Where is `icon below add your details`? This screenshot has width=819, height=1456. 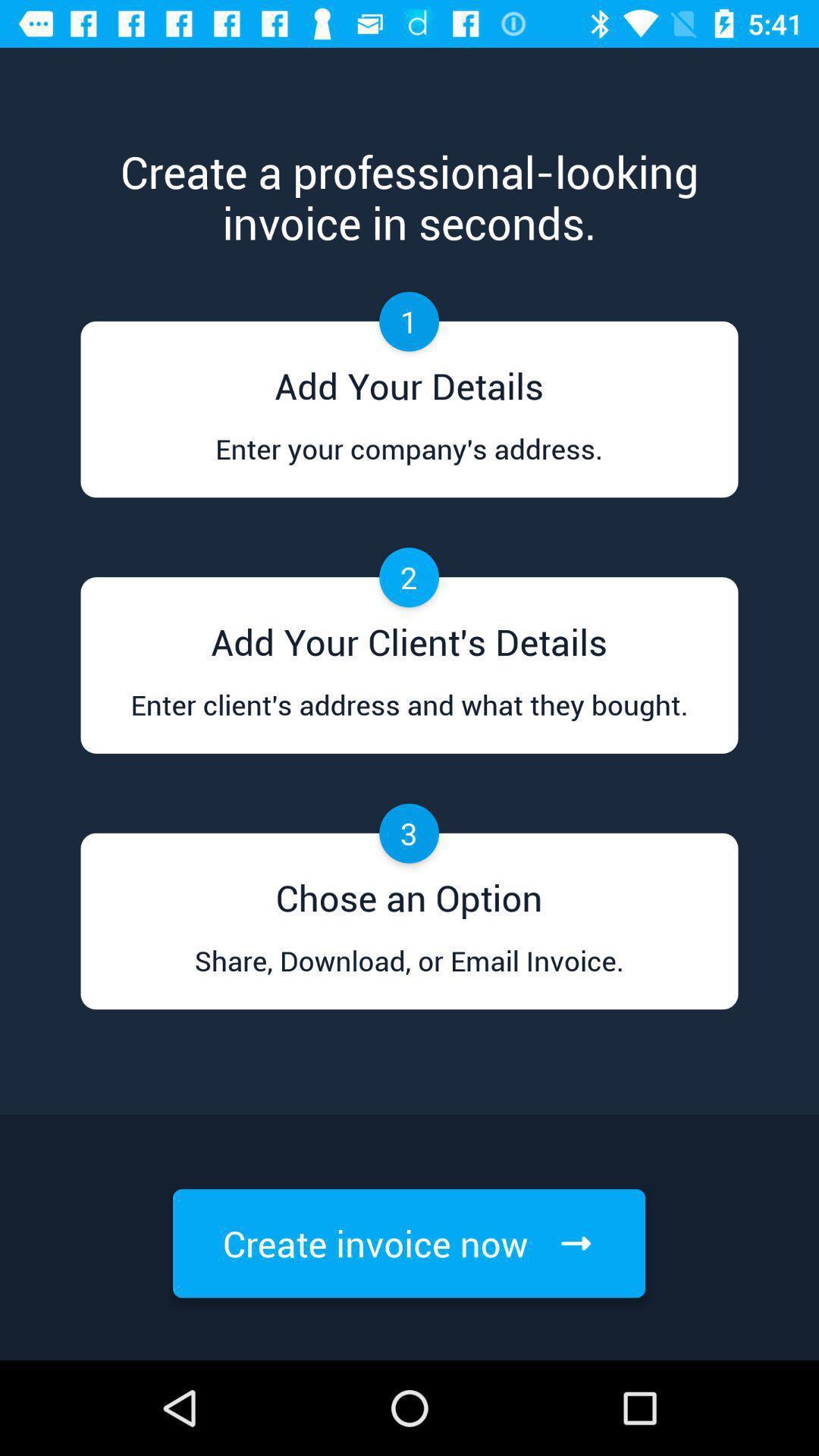 icon below add your details is located at coordinates (408, 463).